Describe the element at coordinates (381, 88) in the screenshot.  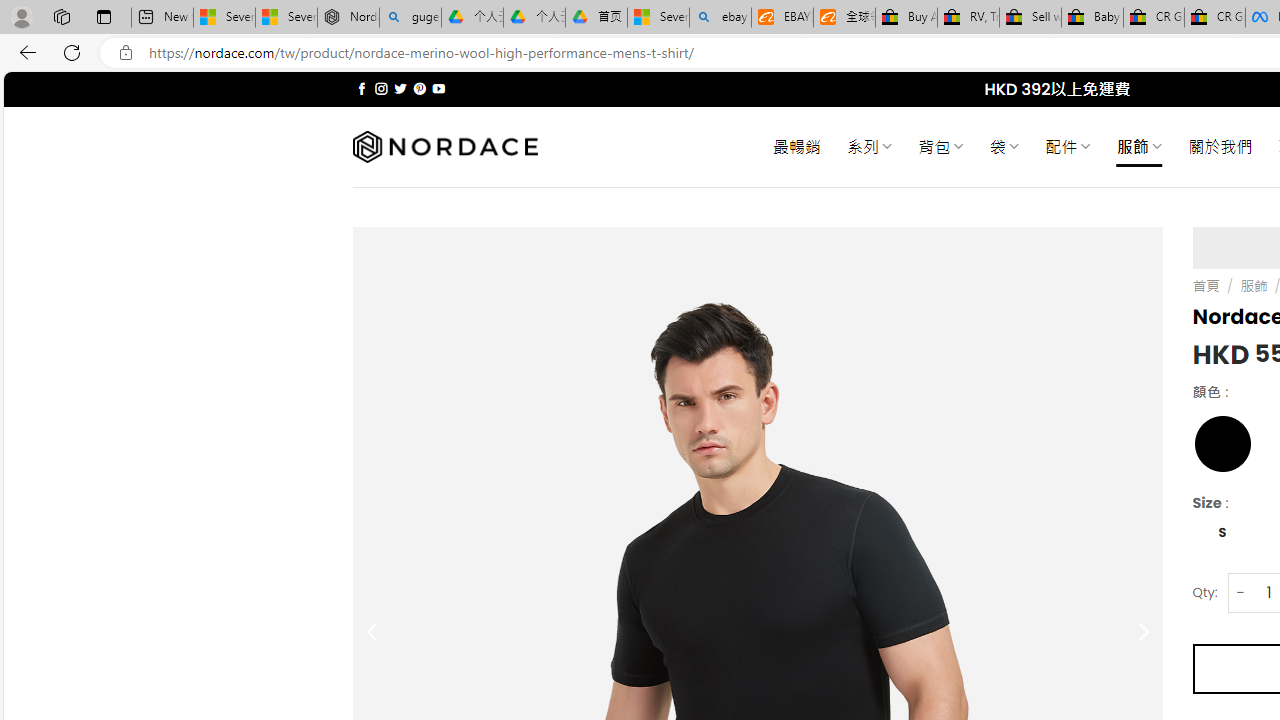
I see `'Follow on Instagram'` at that location.